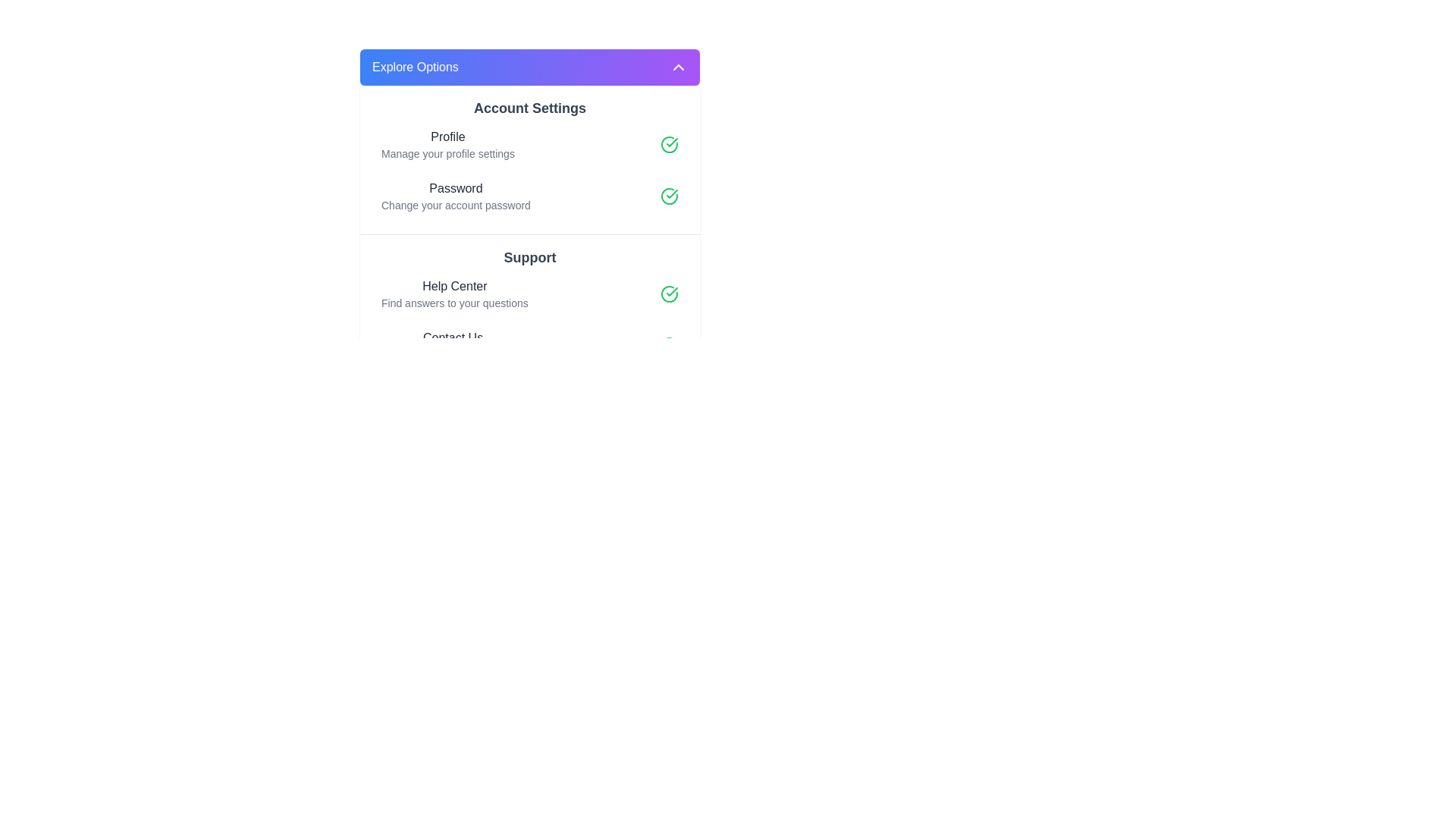  What do you see at coordinates (453, 287) in the screenshot?
I see `the static text label element displaying 'Help Center' which is styled in medium font weight and dark gray color, located within the content block heading 'Support'` at bounding box center [453, 287].